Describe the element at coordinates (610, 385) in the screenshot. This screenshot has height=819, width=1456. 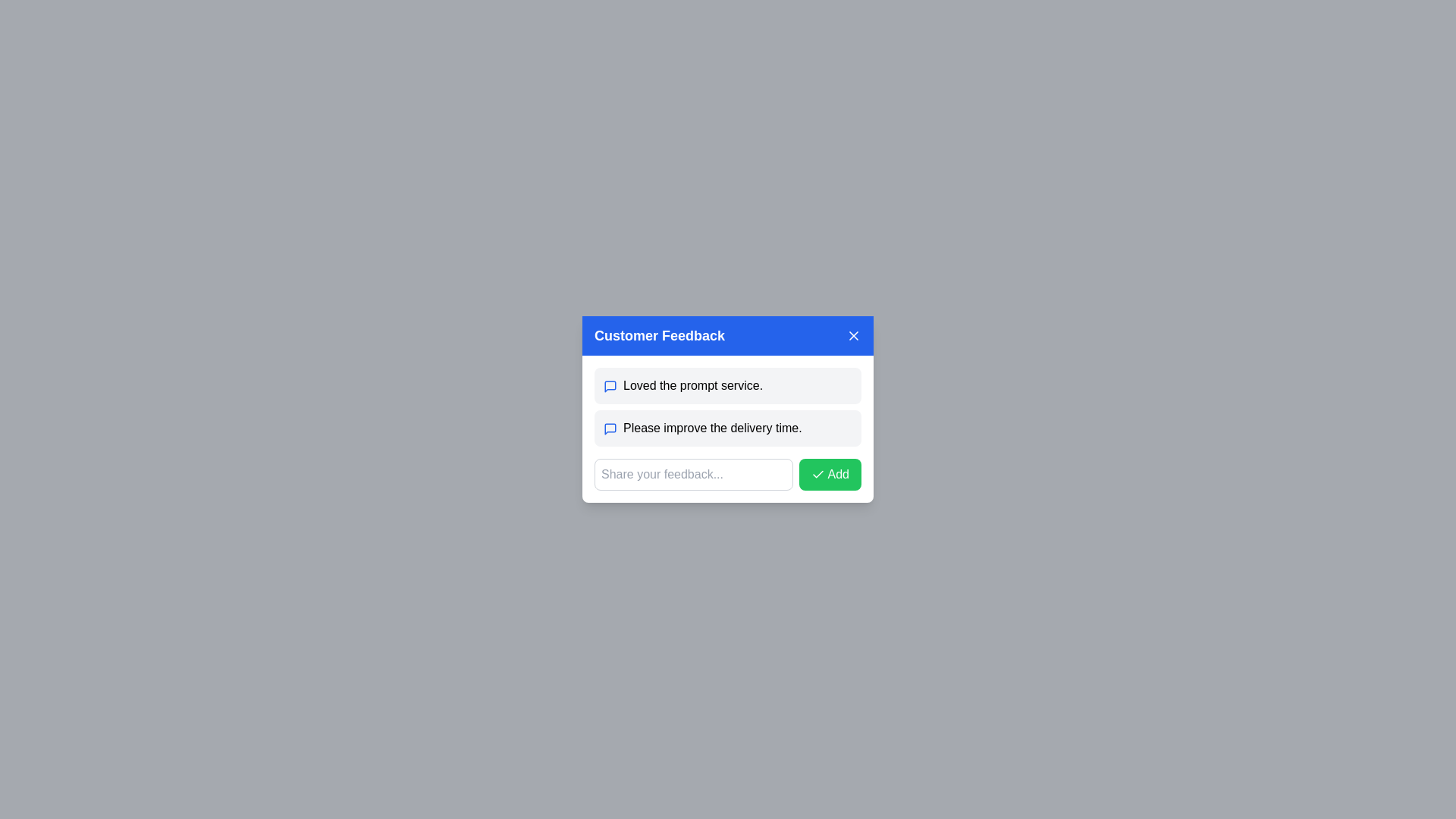
I see `the Icon representing user comments or feedback, which is the leftmost element in the first feedback row of the 'Customer Feedback' dialogue box, as a static decorative graphic` at that location.